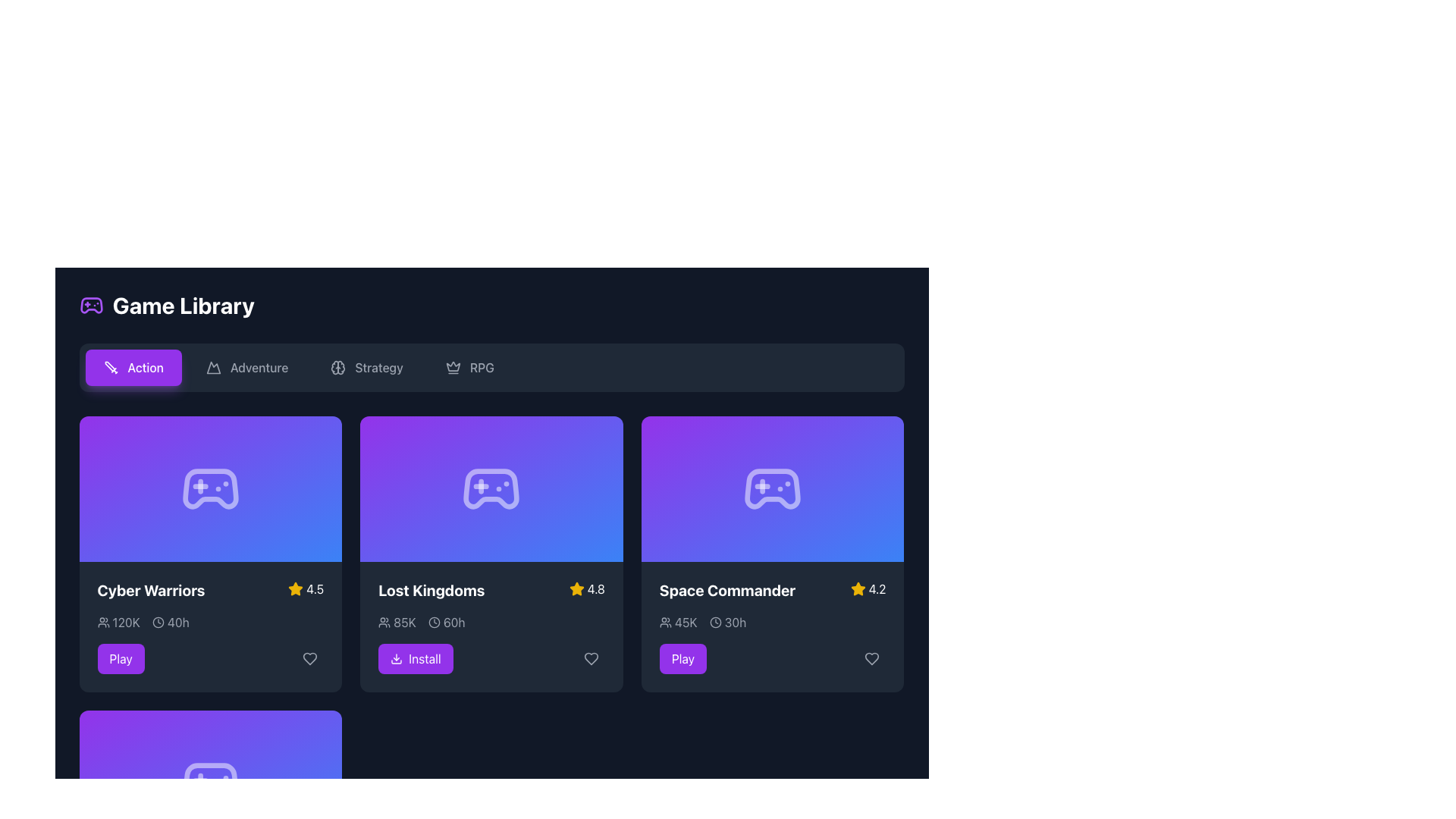 The height and width of the screenshot is (819, 1456). I want to click on information displayed in the static text element showing '40 hours' for the game 'Cyber Warriors', located below the title and next to the clock icon, so click(171, 623).